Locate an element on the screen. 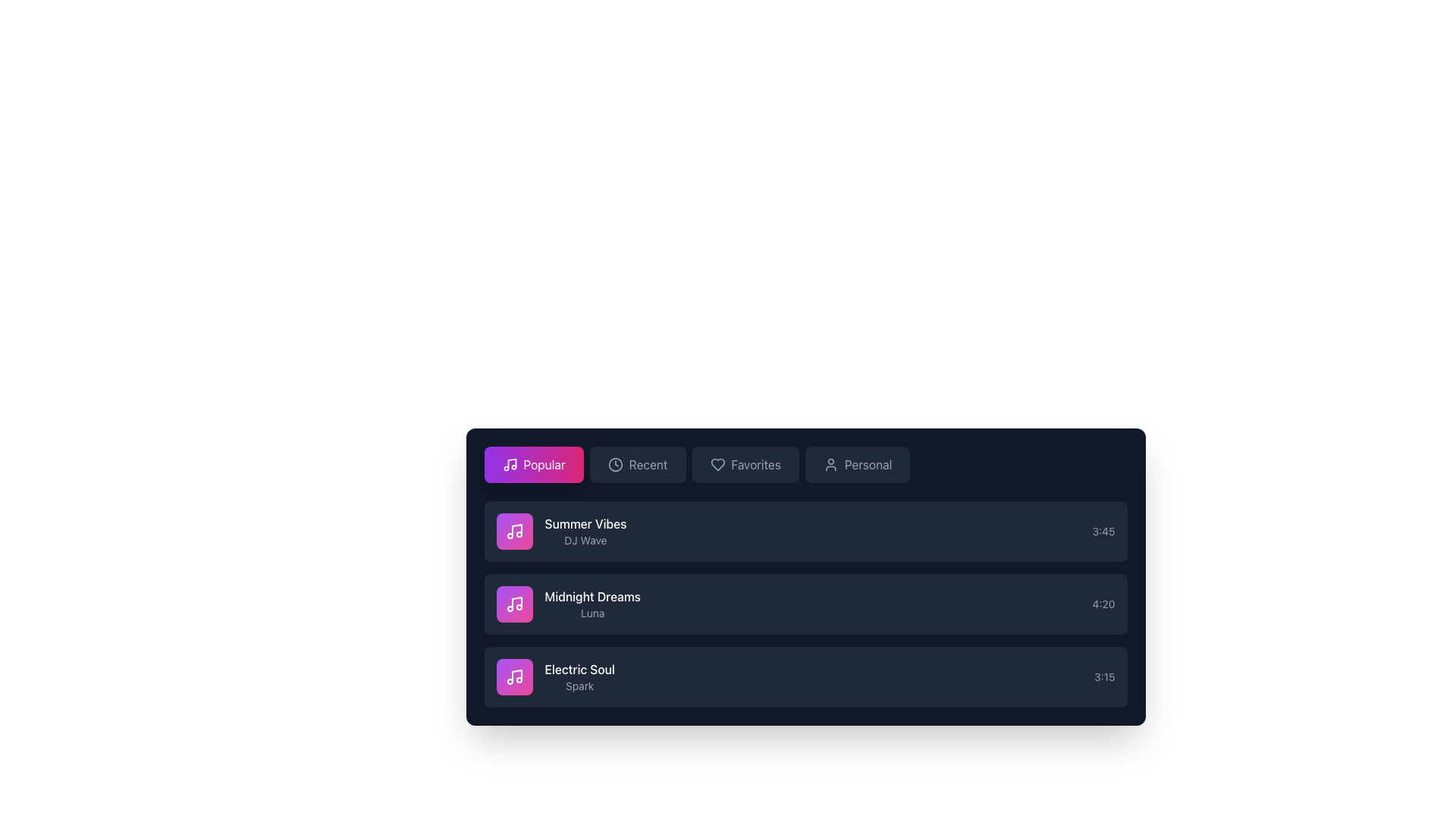 The height and width of the screenshot is (819, 1456). the text label displaying '3:15', which is the rightmost component in the highlighted row for the song 'Electric Soul' is located at coordinates (1104, 676).